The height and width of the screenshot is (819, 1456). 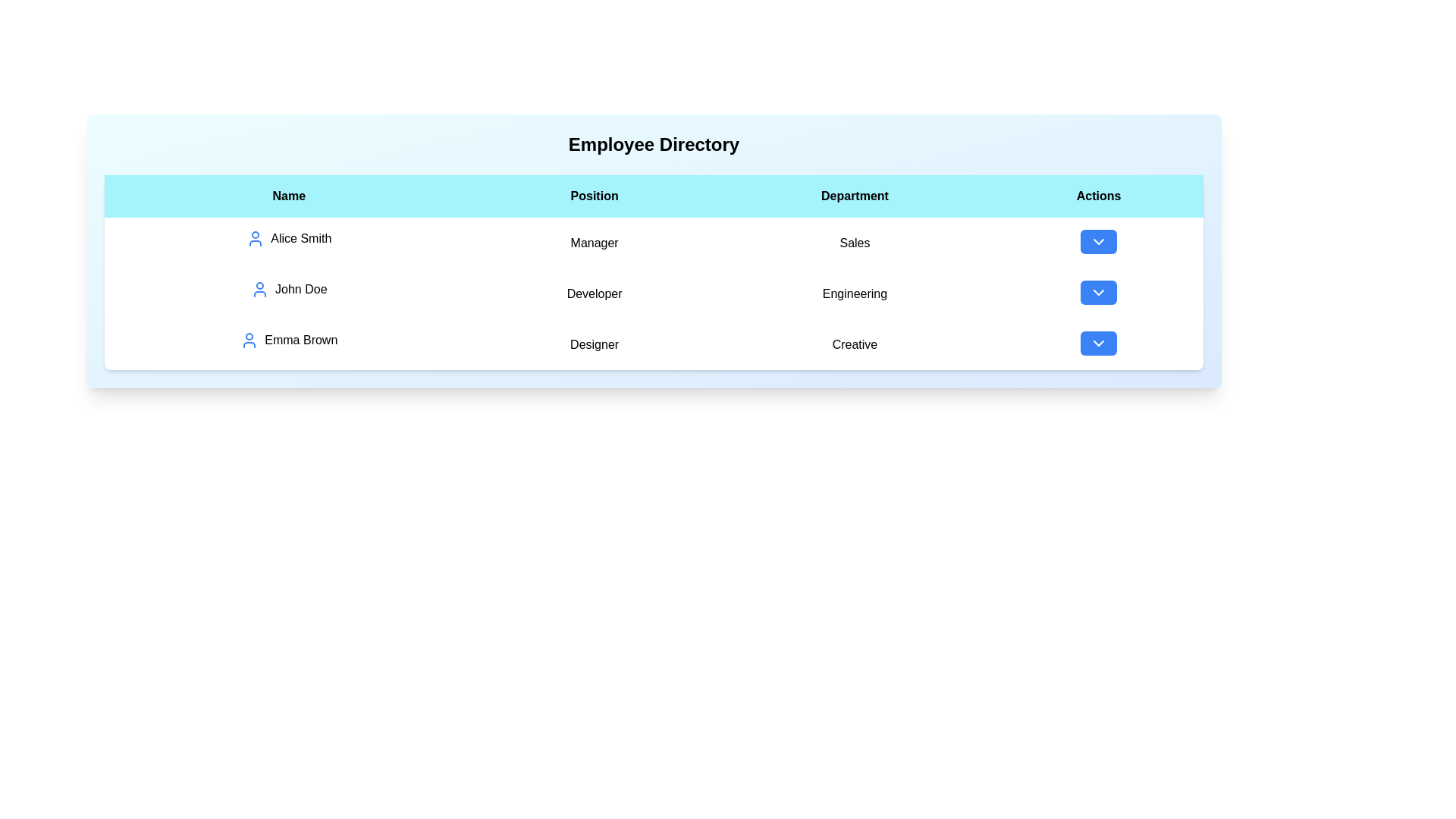 I want to click on the 'Name' text label, which is the first label in a row of headers for a table, displayed in bold black font on a light blue background, so click(x=289, y=195).